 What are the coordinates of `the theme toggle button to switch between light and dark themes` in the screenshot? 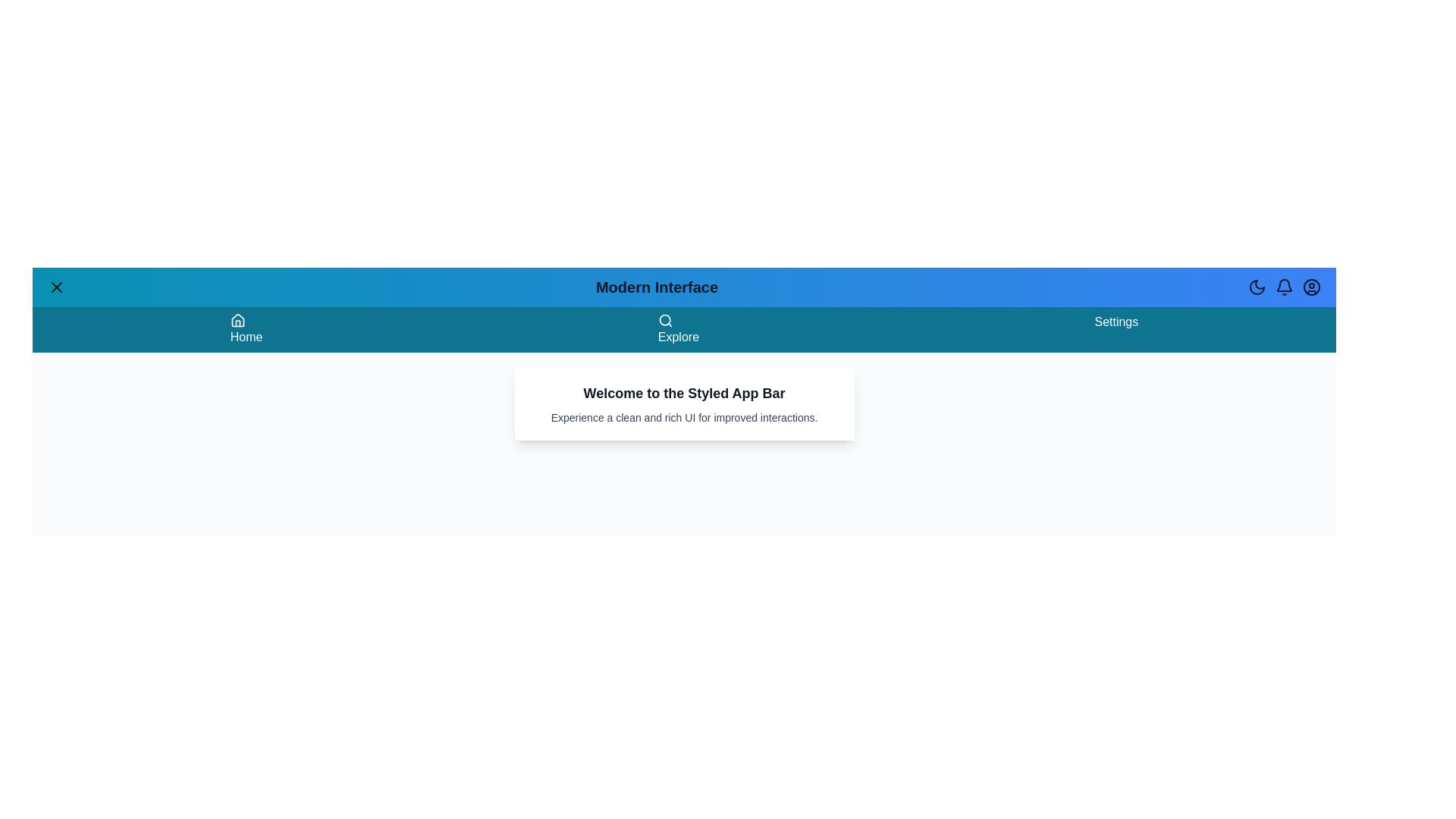 It's located at (1257, 287).